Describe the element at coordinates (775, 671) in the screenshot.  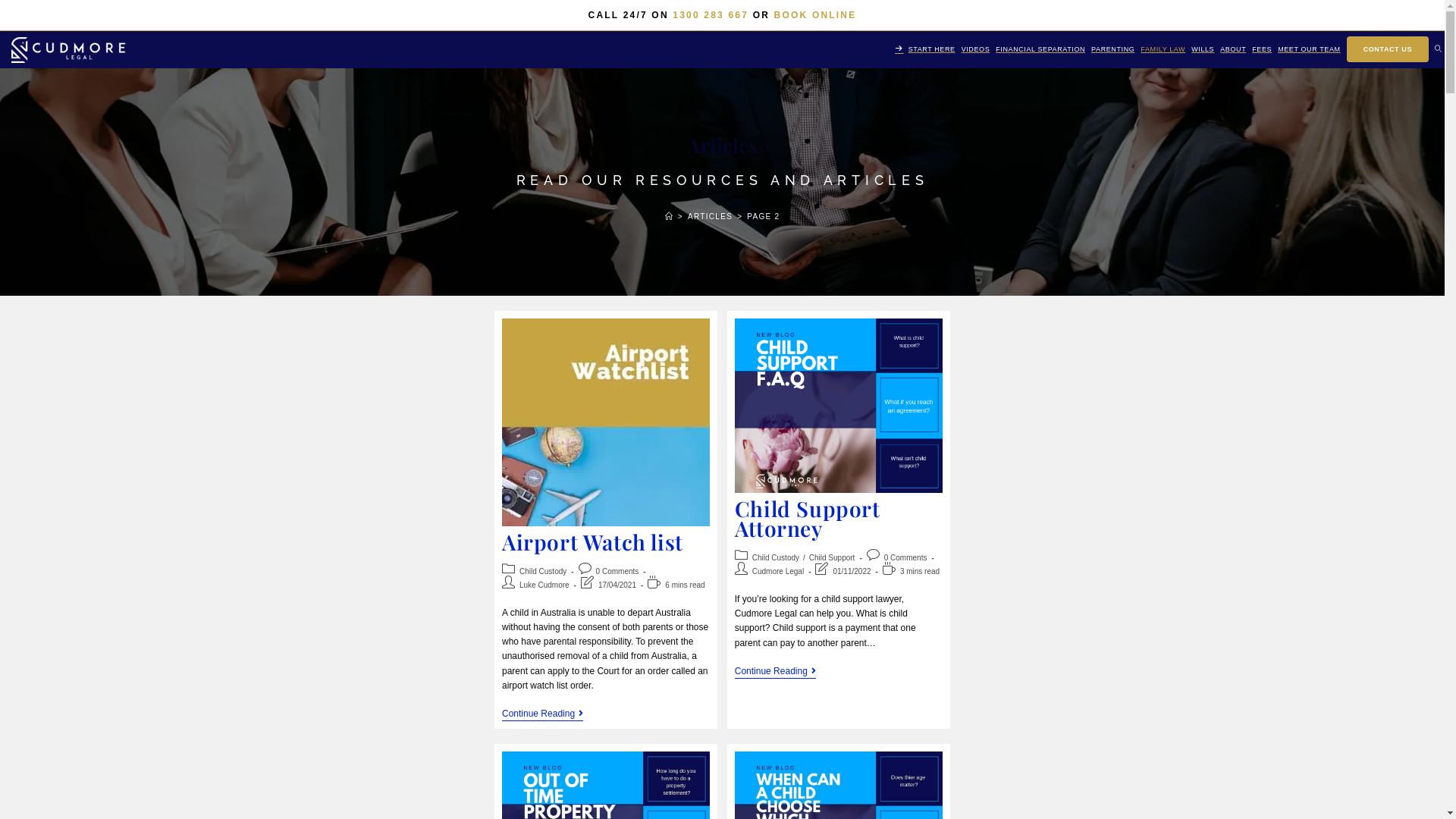
I see `'Continue Reading` at that location.